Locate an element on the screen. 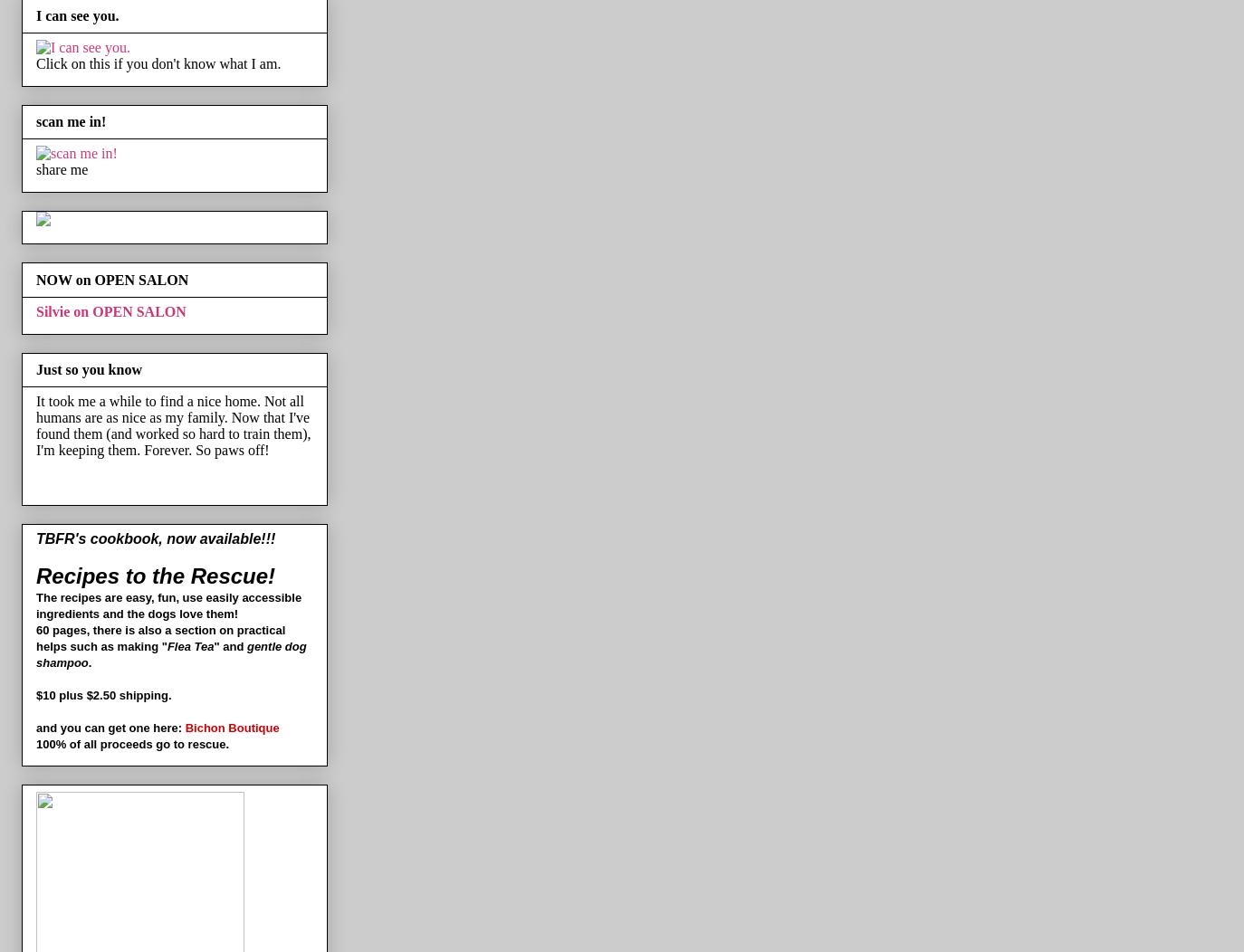 The image size is (1244, 952). 'The recipes are easy, fun, use easily accessible ingredients and the dogs love them!' is located at coordinates (167, 605).